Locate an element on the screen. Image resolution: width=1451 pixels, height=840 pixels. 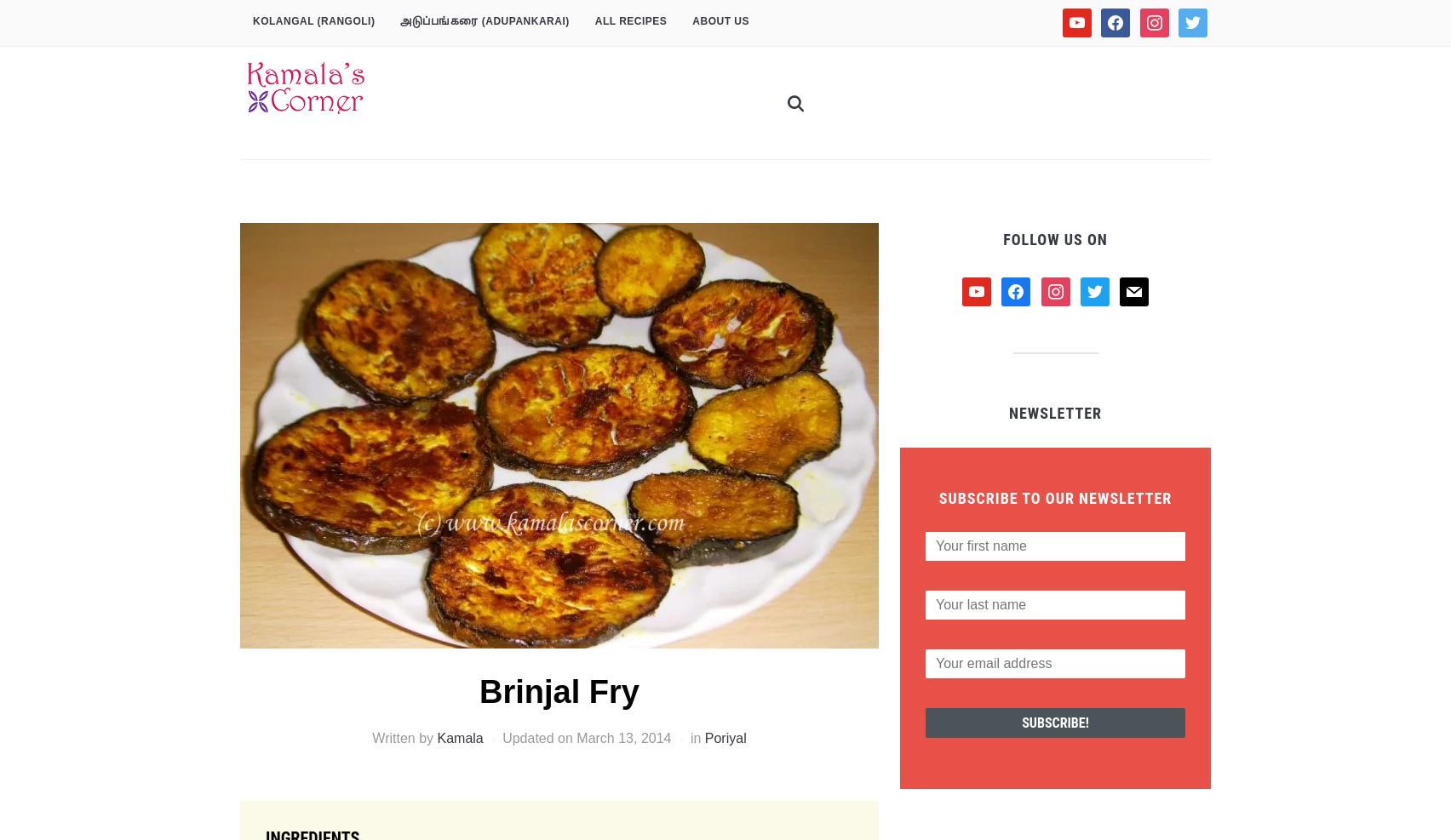
'The brinjal fry was just yummy. Delicious.' is located at coordinates (462, 643).